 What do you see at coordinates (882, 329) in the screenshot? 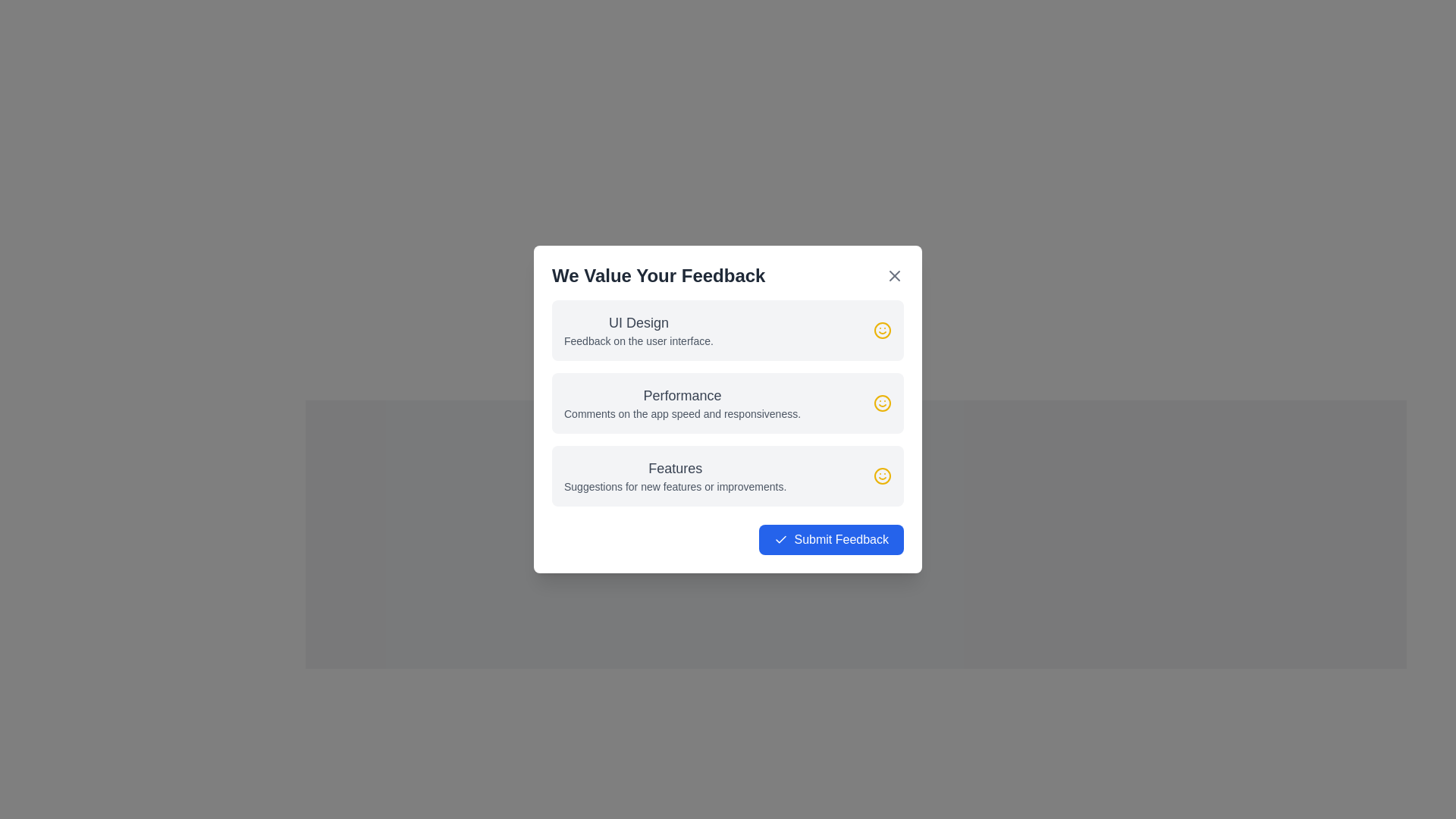
I see `the positive sentiment icon located next to the 'UI Design' section in the feedback form` at bounding box center [882, 329].